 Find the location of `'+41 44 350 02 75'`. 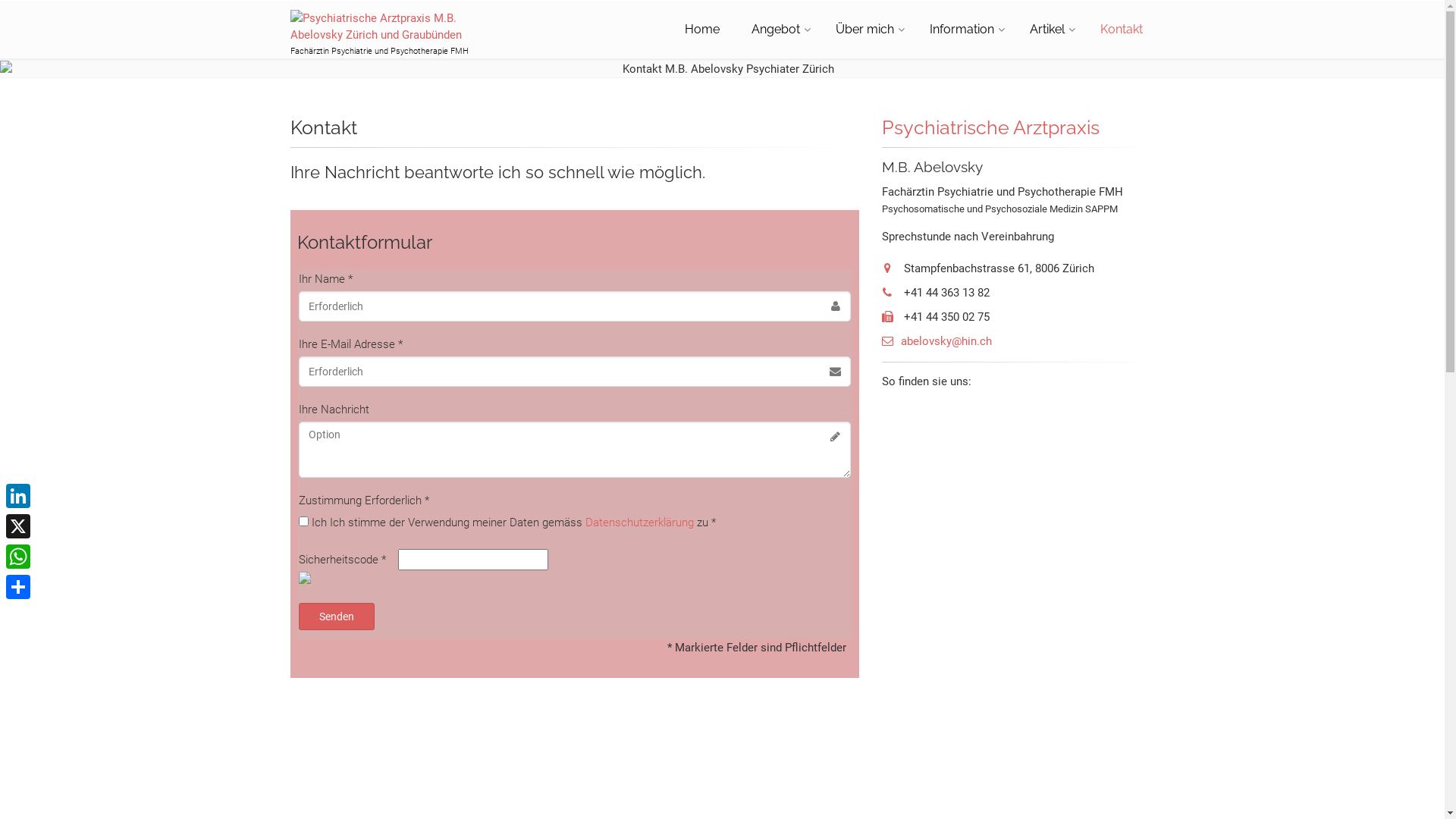

'+41 44 350 02 75' is located at coordinates (934, 315).